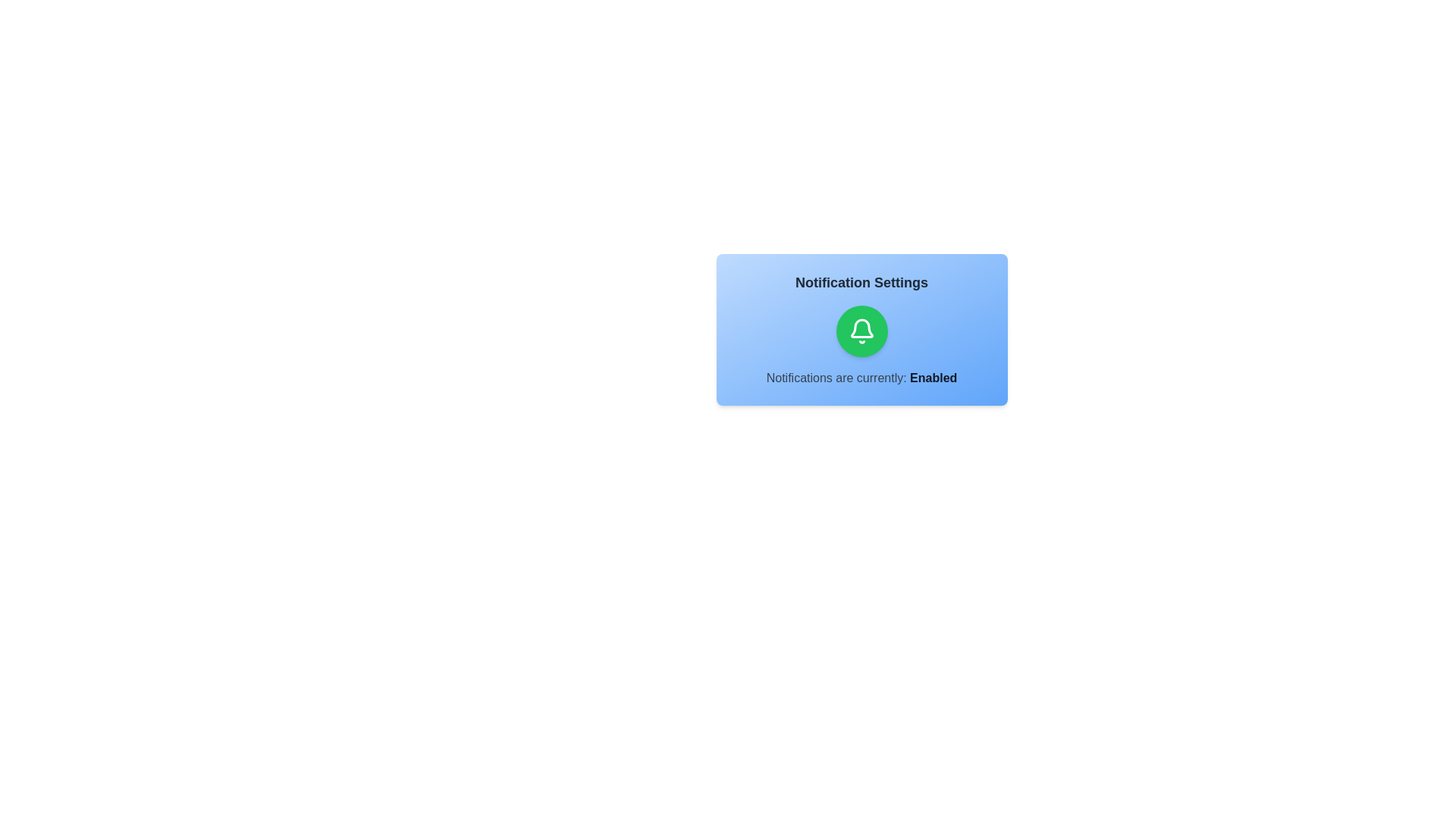 This screenshot has width=1456, height=819. I want to click on the notification toggle button, so click(861, 330).